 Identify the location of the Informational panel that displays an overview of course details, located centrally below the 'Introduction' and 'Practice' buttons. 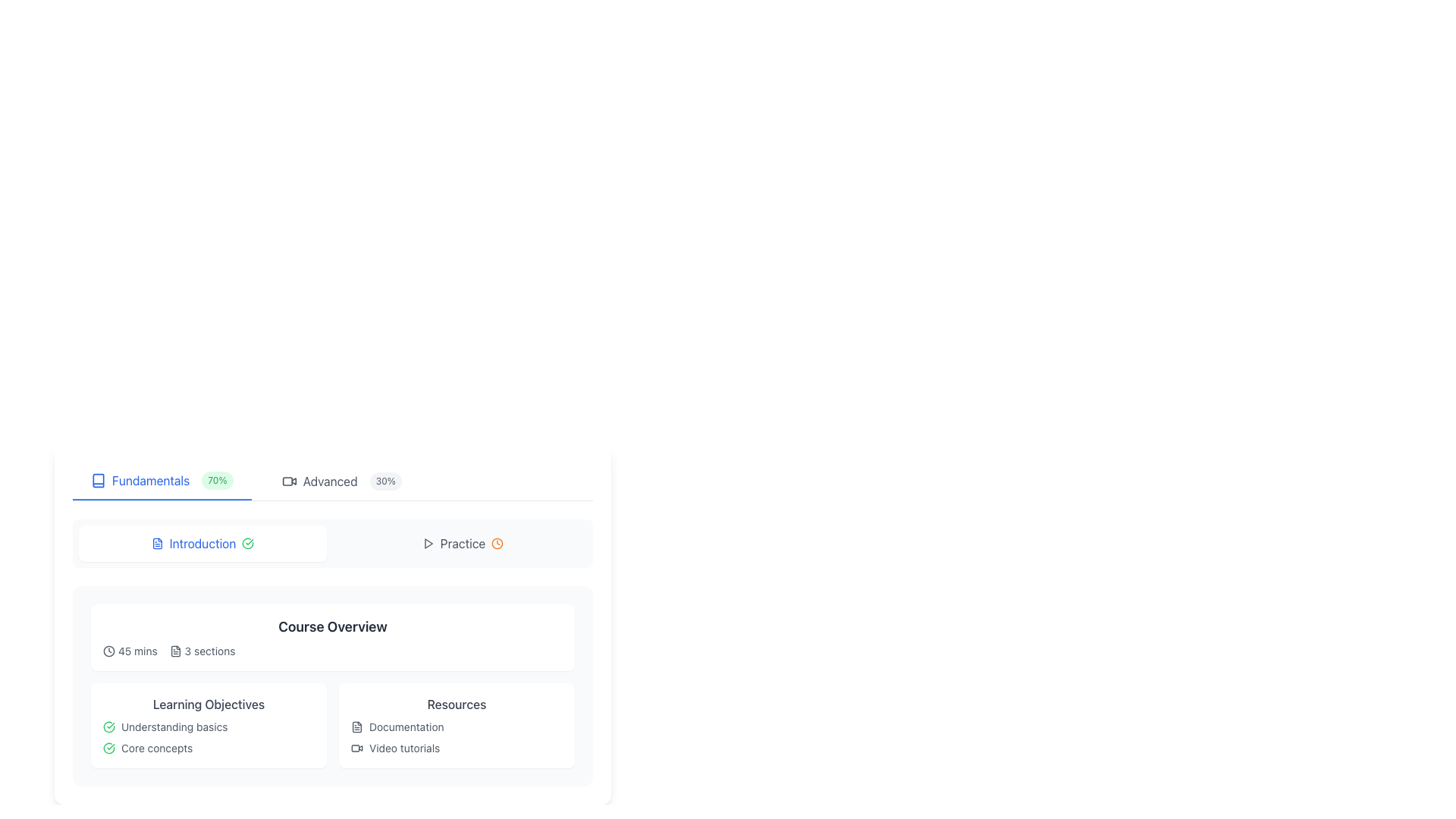
(331, 614).